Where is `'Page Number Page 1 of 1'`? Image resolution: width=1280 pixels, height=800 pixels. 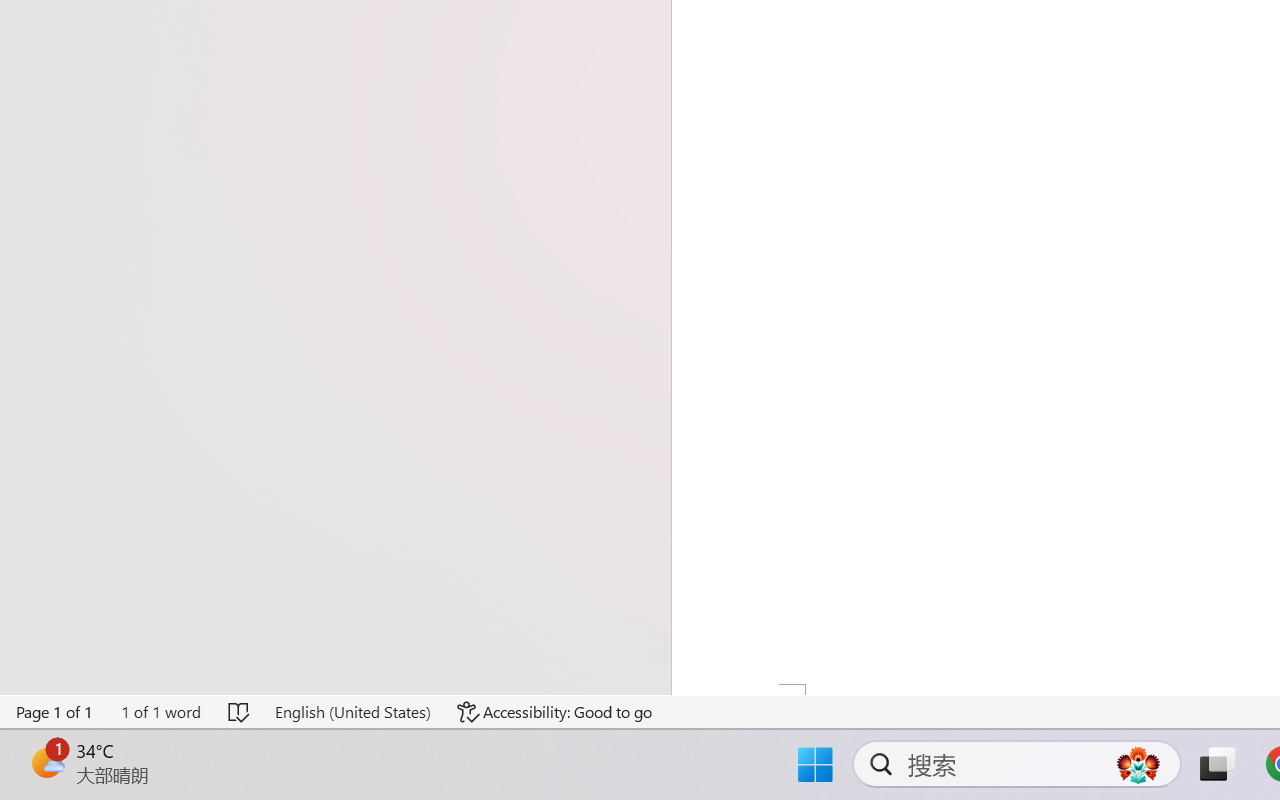
'Page Number Page 1 of 1' is located at coordinates (55, 711).